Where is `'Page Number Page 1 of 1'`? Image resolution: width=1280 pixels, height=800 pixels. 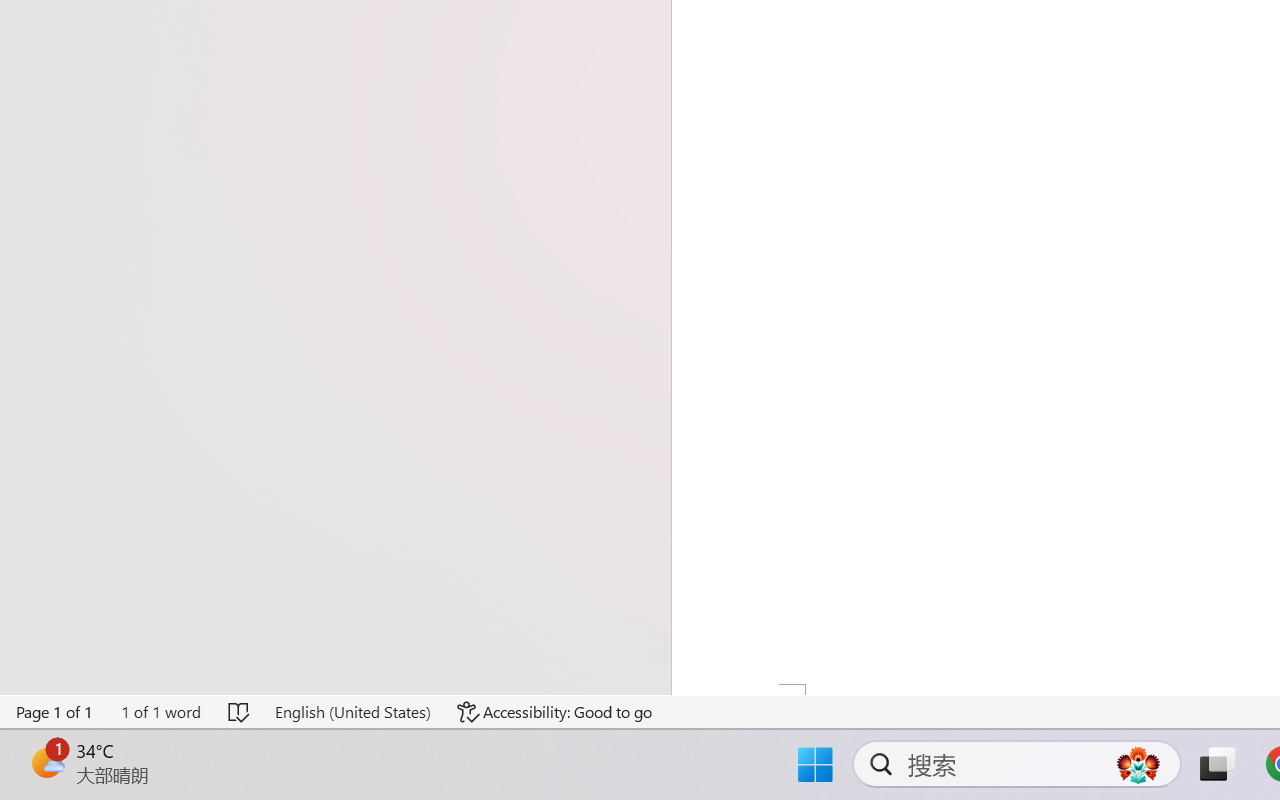
'Page Number Page 1 of 1' is located at coordinates (55, 711).